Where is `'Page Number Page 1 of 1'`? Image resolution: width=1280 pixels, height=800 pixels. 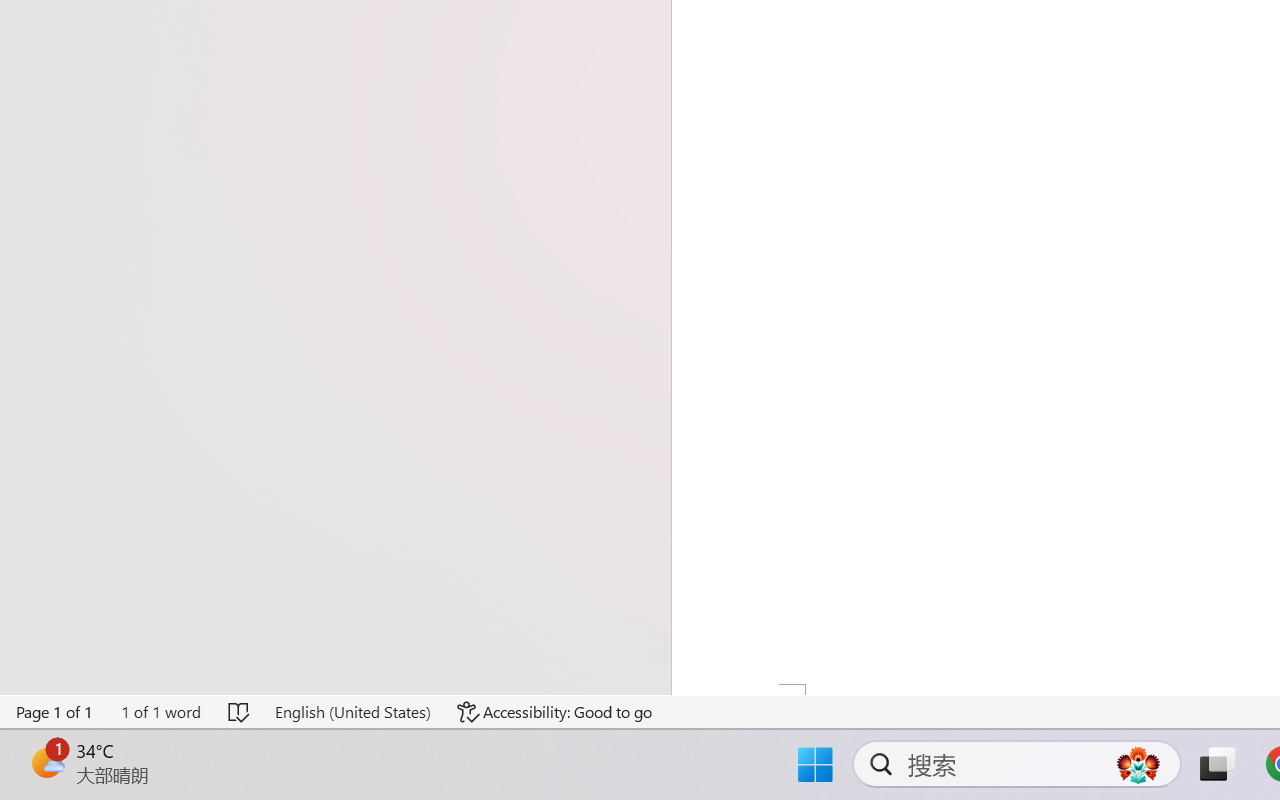
'Page Number Page 1 of 1' is located at coordinates (55, 711).